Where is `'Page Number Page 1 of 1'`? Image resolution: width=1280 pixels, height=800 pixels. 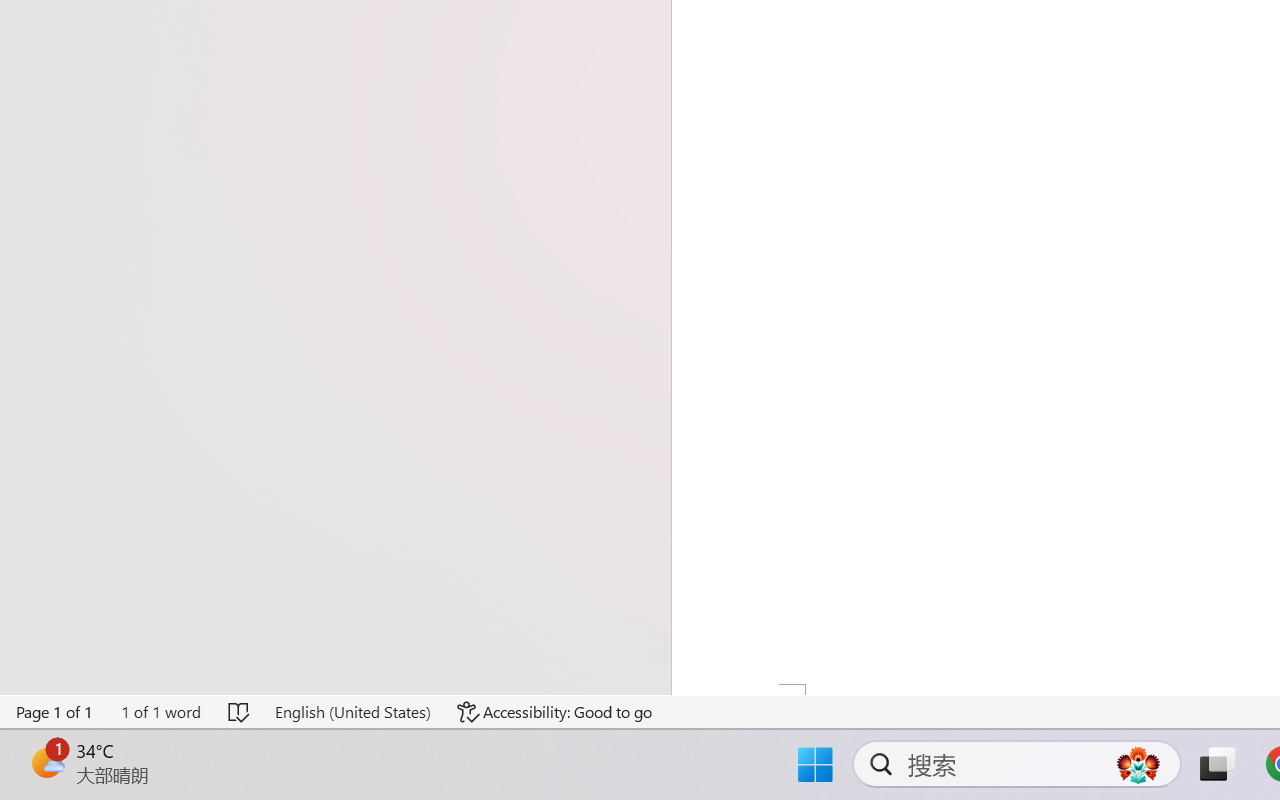
'Page Number Page 1 of 1' is located at coordinates (55, 711).